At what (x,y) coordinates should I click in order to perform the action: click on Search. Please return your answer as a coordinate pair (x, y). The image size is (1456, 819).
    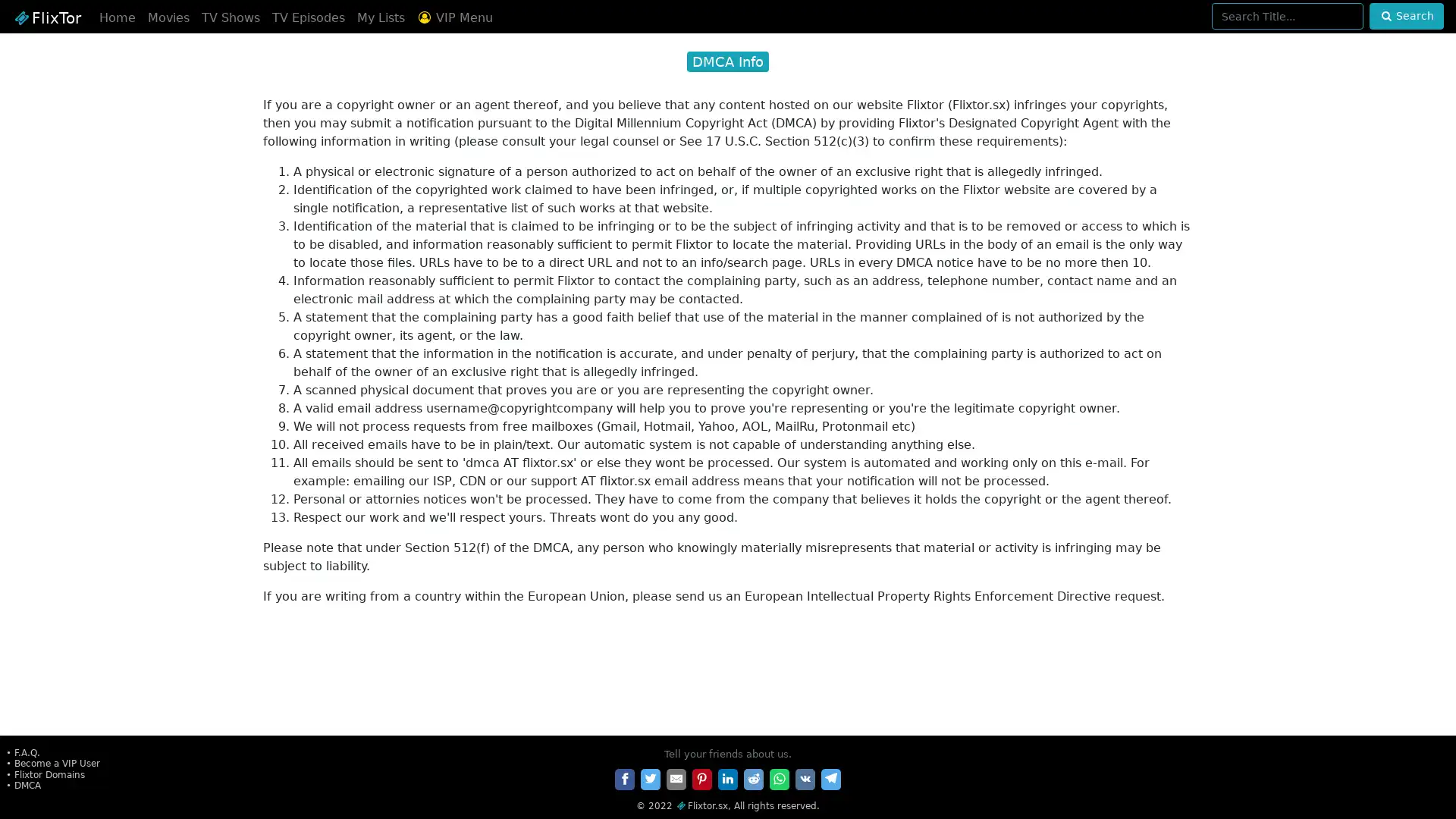
    Looking at the image, I should click on (1405, 16).